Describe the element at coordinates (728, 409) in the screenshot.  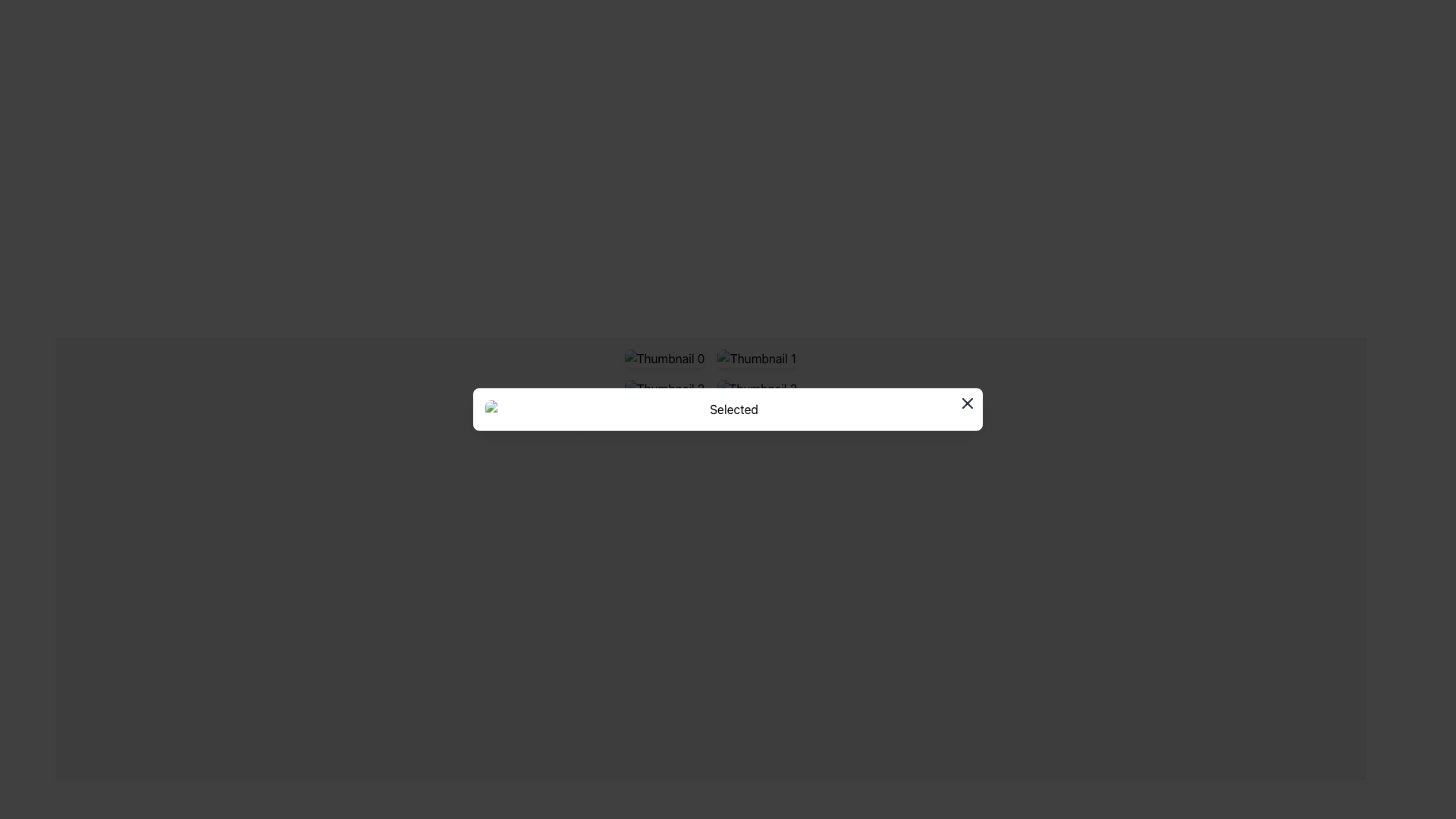
I see `the entire modal popup that is centered horizontally and located in the lower half of the view, used for image preview or selection confirmation` at that location.